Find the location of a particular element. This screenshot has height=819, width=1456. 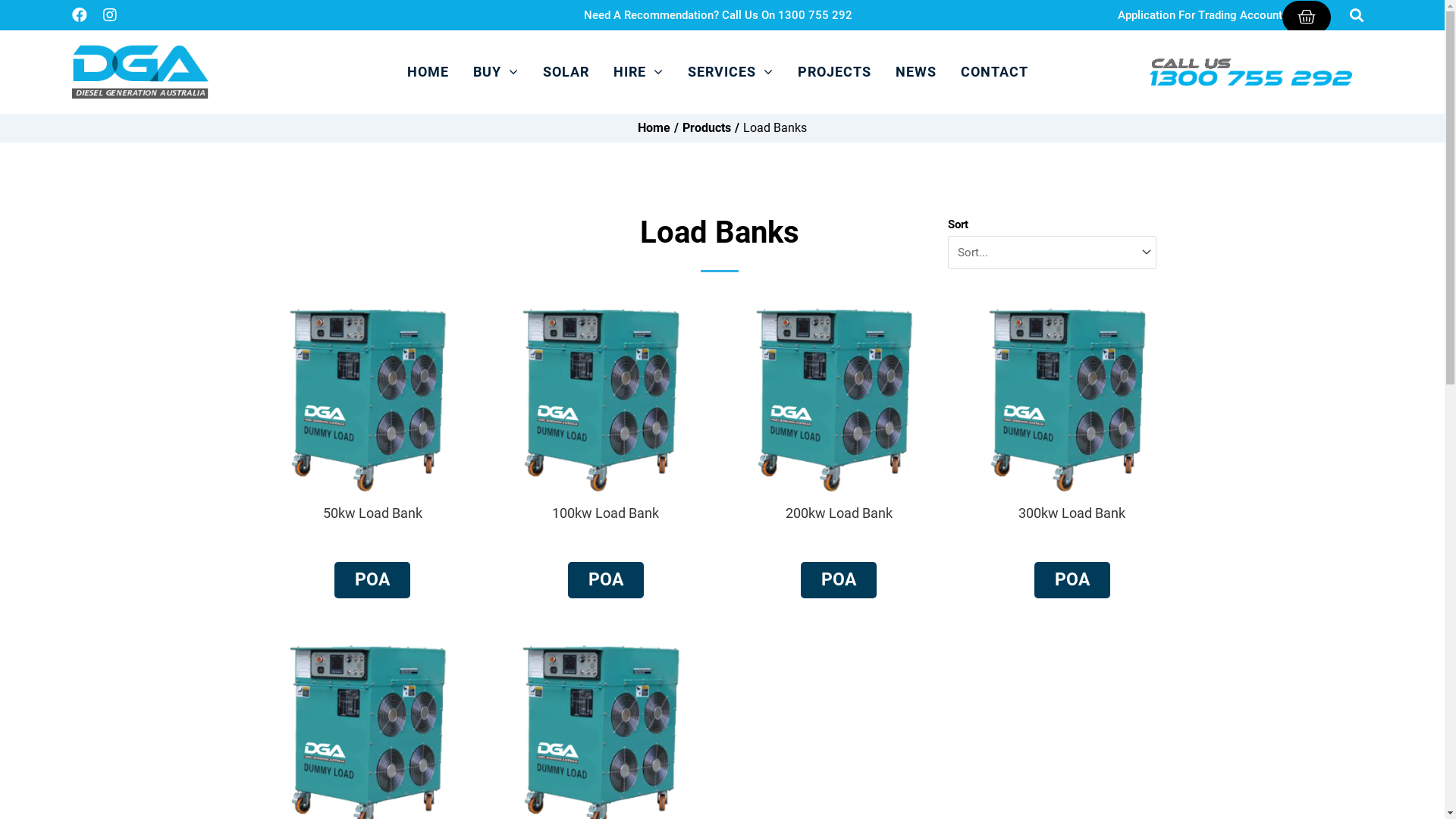

'NEWS' is located at coordinates (915, 72).